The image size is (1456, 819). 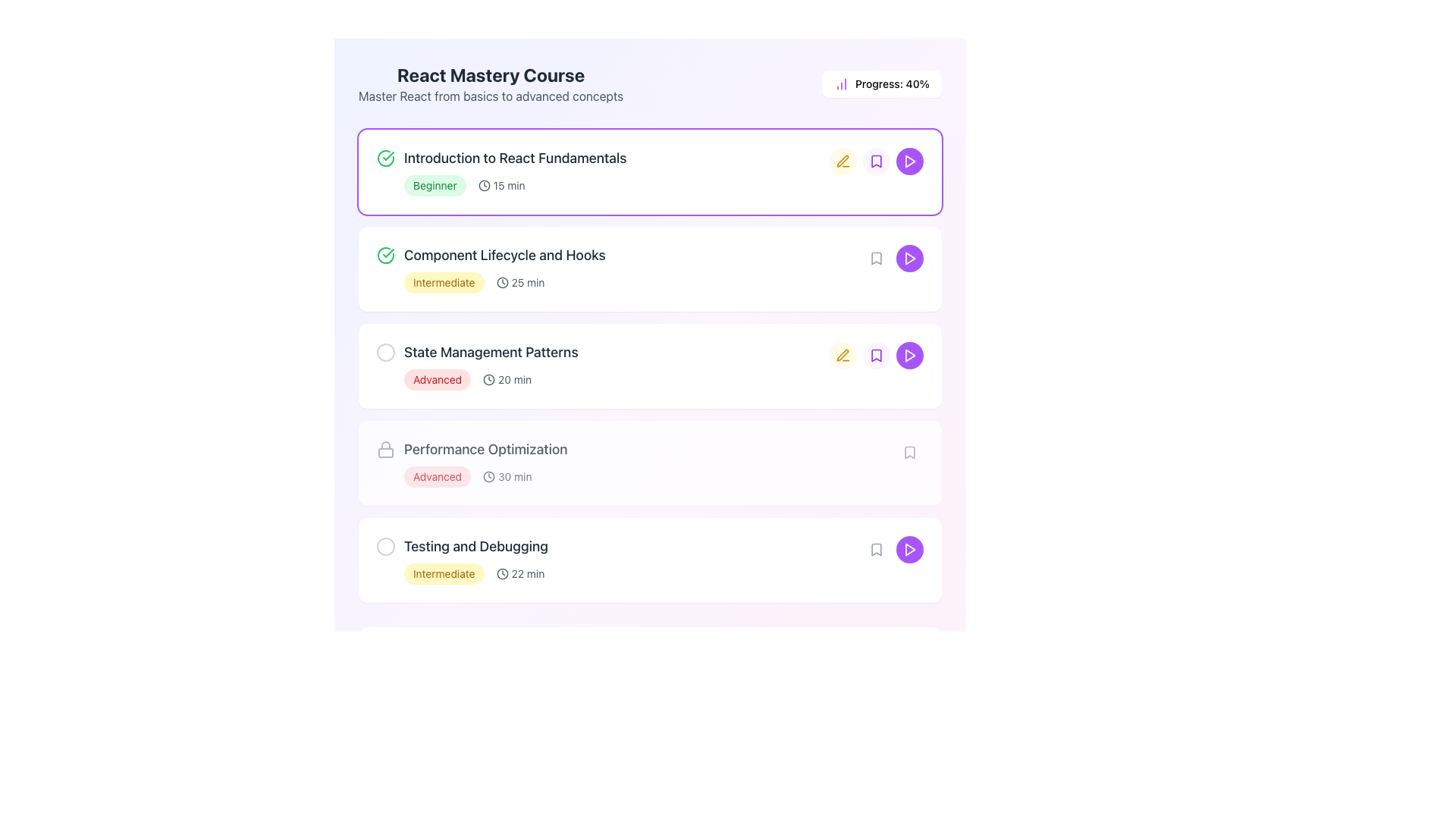 I want to click on the circular clock icon within the 'Introduction to React Fundamentals' section, which is next to the estimated completion time and above a green 'Beginner' tag, so click(x=489, y=379).